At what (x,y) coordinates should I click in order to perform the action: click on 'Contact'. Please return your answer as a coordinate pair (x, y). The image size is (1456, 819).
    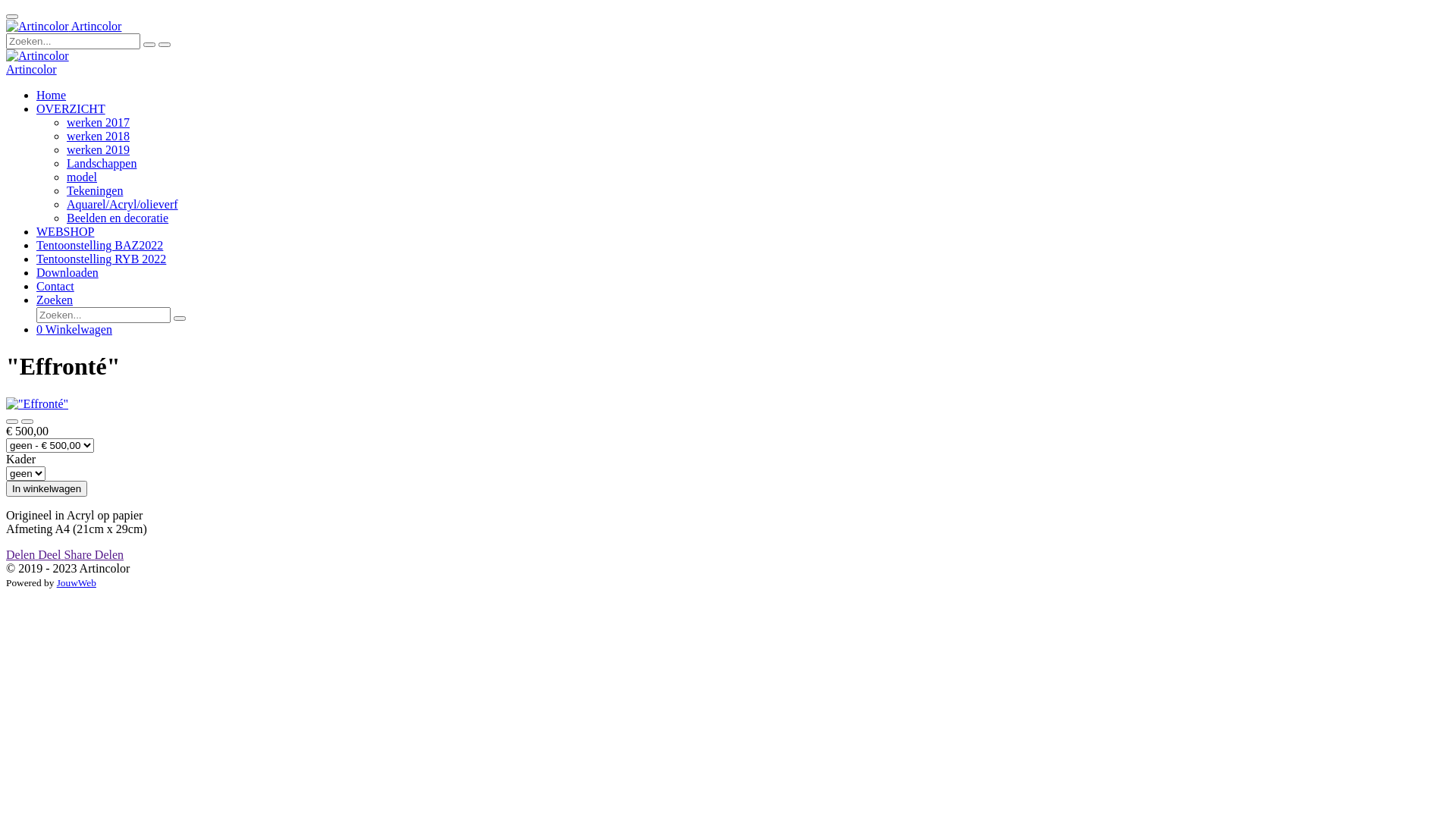
    Looking at the image, I should click on (36, 286).